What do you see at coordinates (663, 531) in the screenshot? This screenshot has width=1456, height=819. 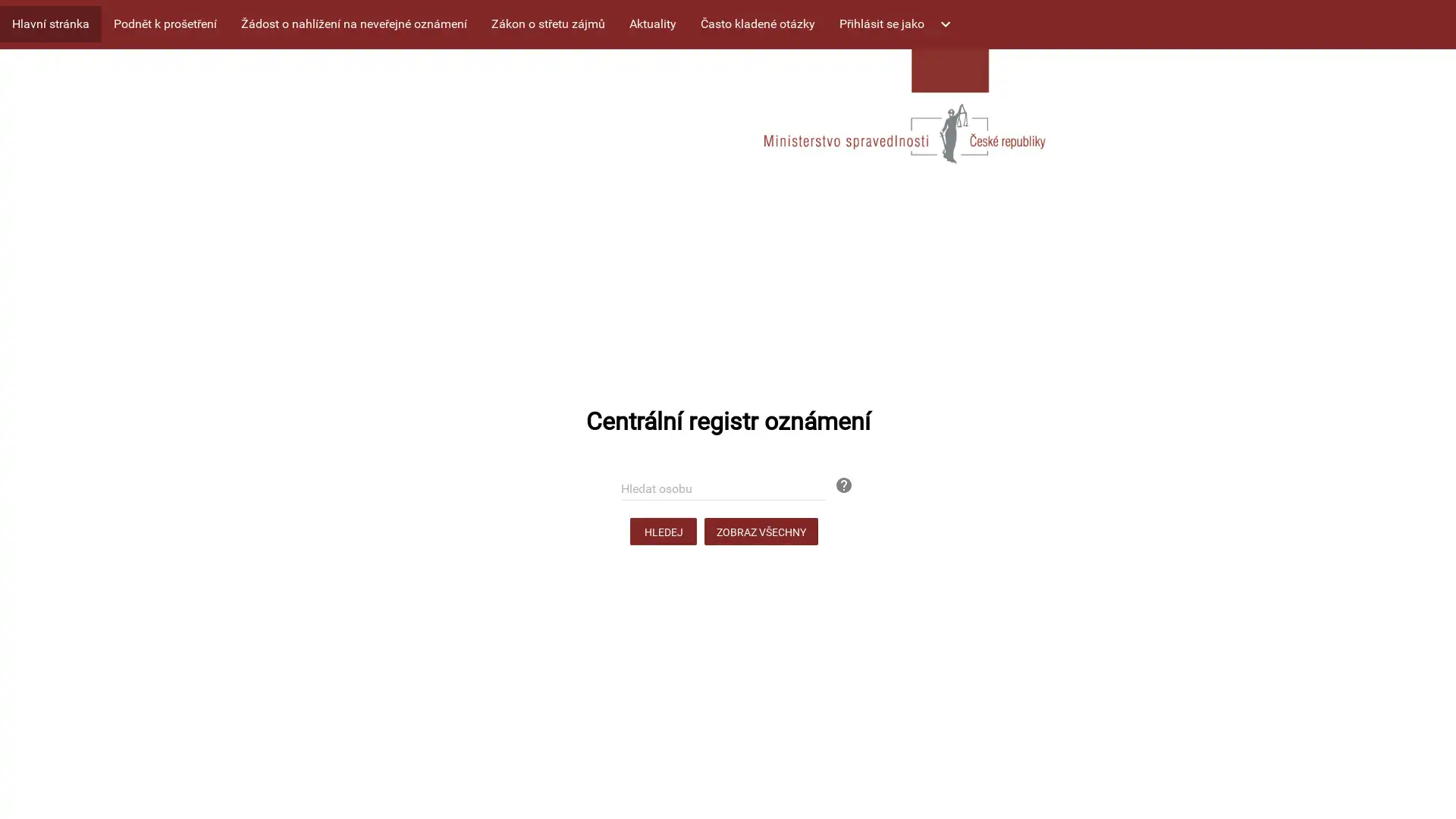 I see `HLEDEJ` at bounding box center [663, 531].